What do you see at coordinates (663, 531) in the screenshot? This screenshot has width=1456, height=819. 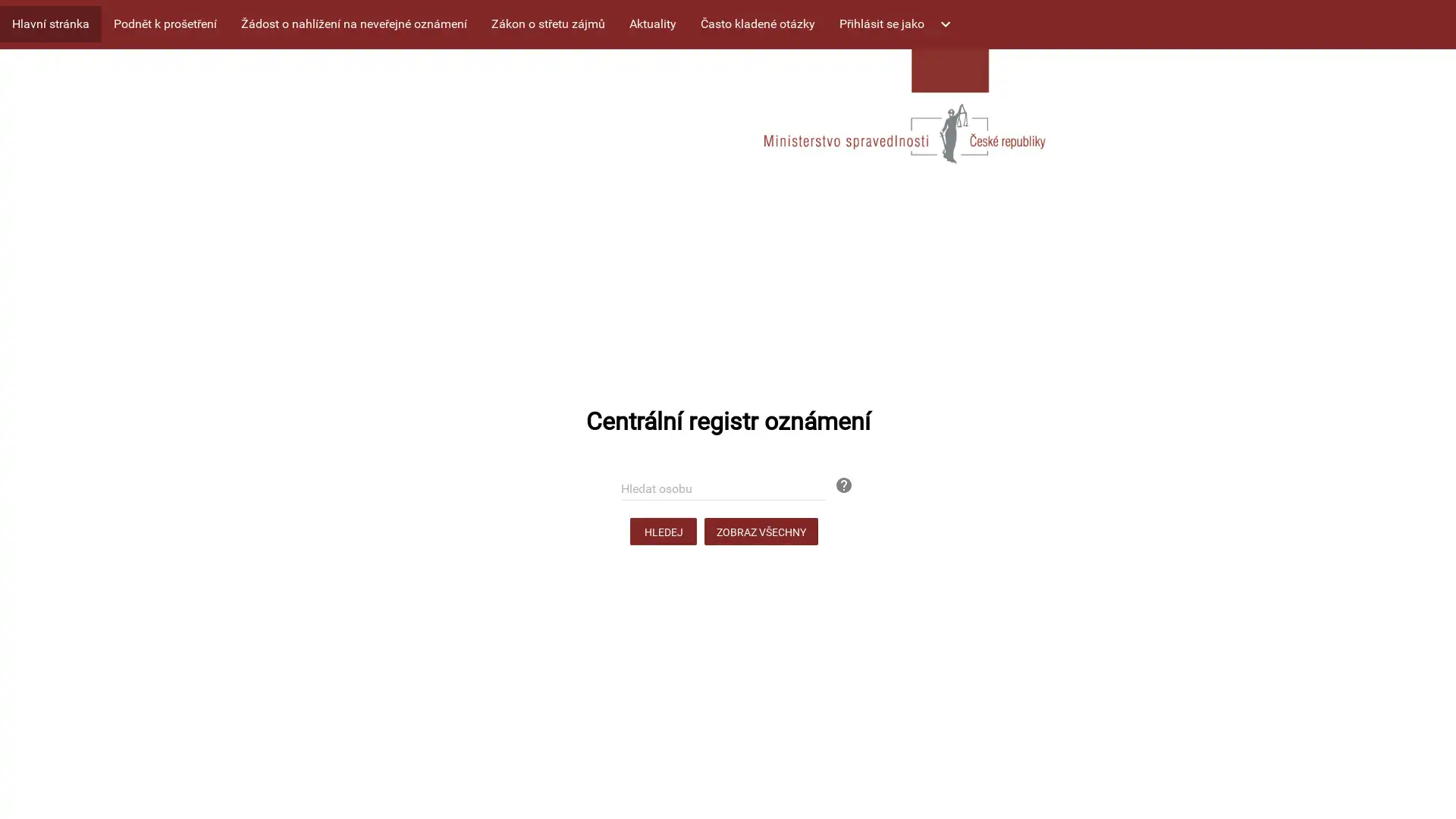 I see `HLEDEJ` at bounding box center [663, 531].